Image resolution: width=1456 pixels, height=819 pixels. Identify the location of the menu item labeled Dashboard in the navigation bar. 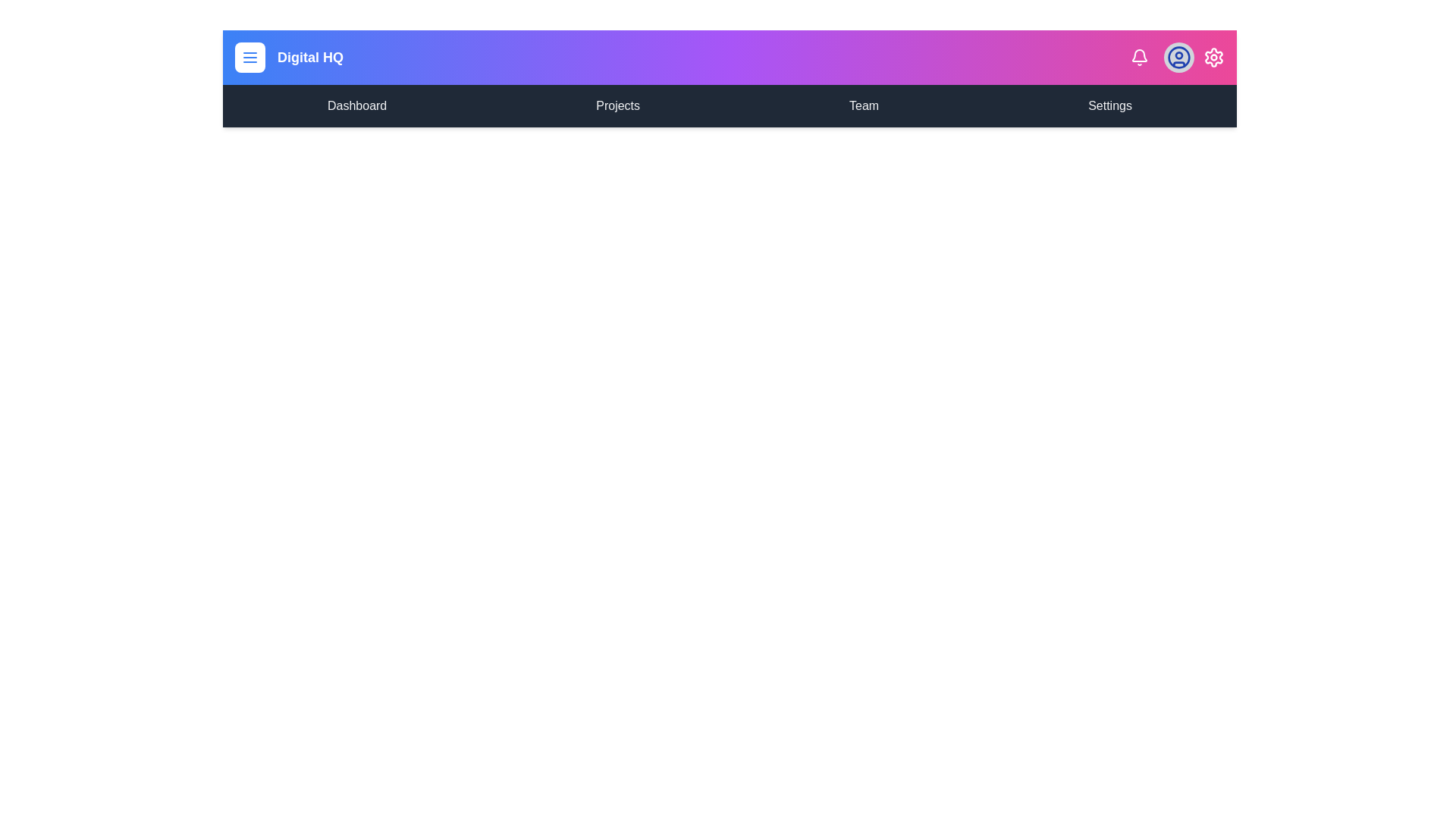
(356, 105).